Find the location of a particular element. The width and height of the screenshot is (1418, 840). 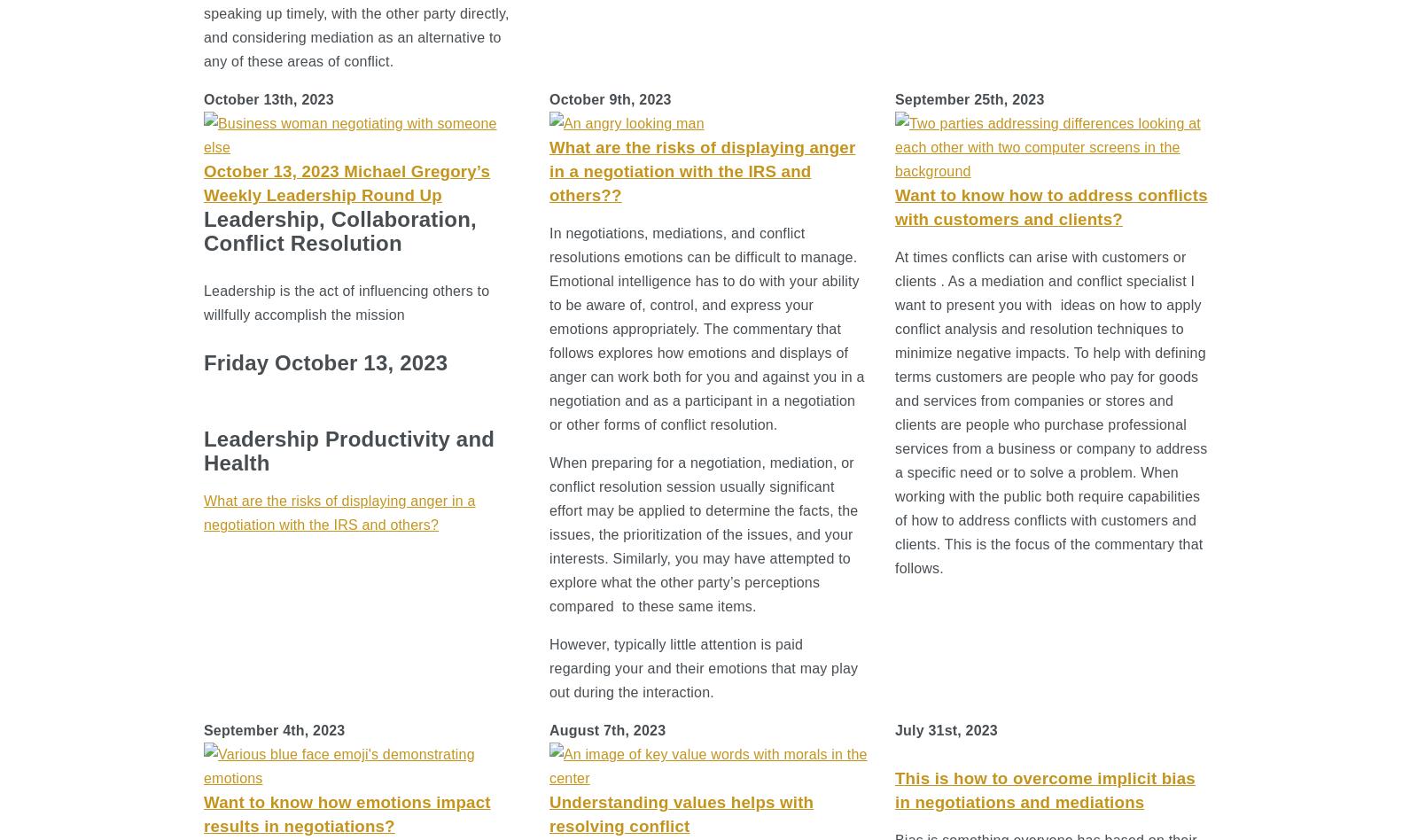

'This is how to overcome implicit bias in negotiations and mediations' is located at coordinates (1045, 789).